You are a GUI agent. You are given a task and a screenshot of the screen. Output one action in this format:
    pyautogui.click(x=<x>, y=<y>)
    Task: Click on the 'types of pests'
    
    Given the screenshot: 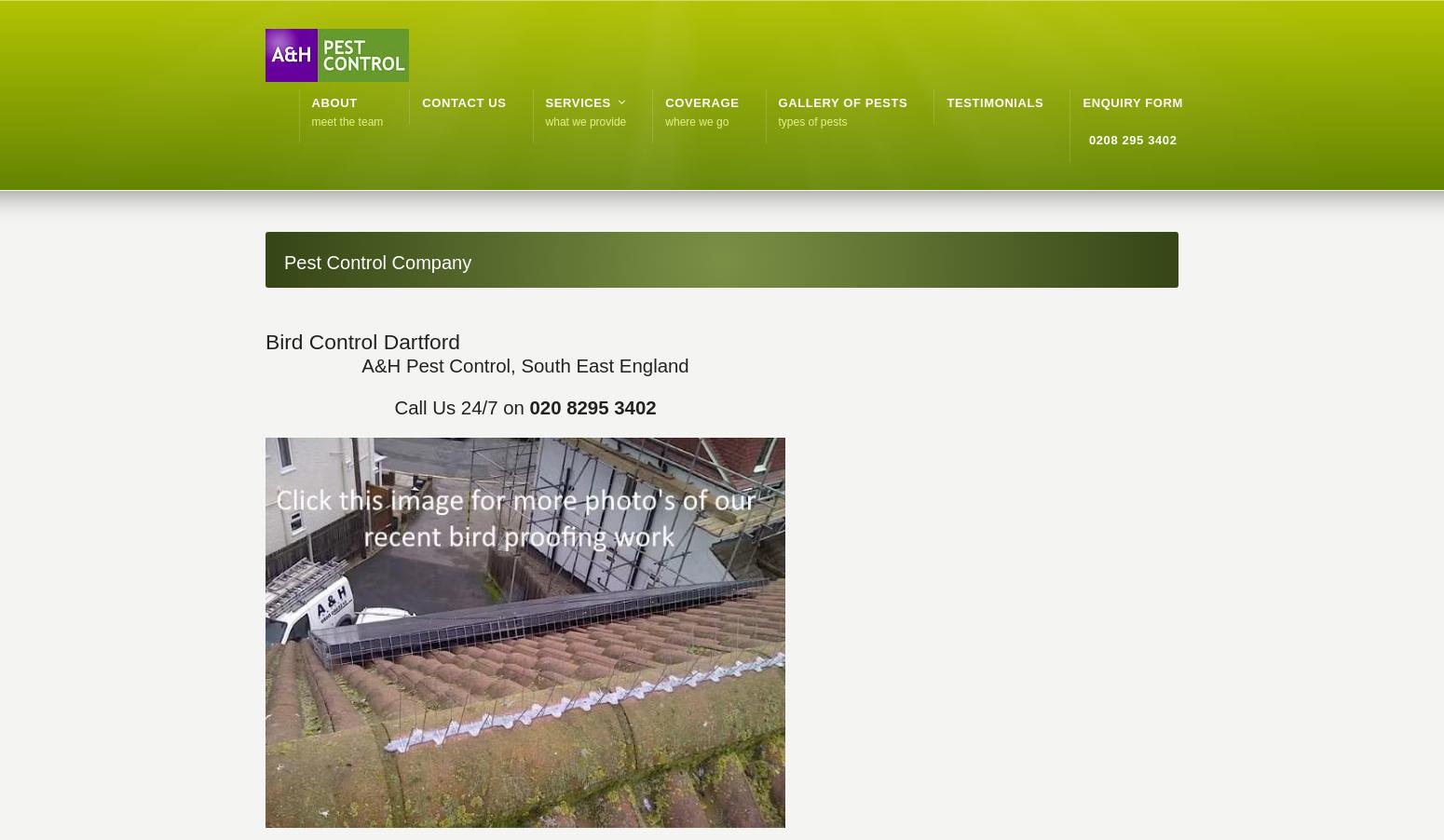 What is the action you would take?
    pyautogui.click(x=812, y=121)
    